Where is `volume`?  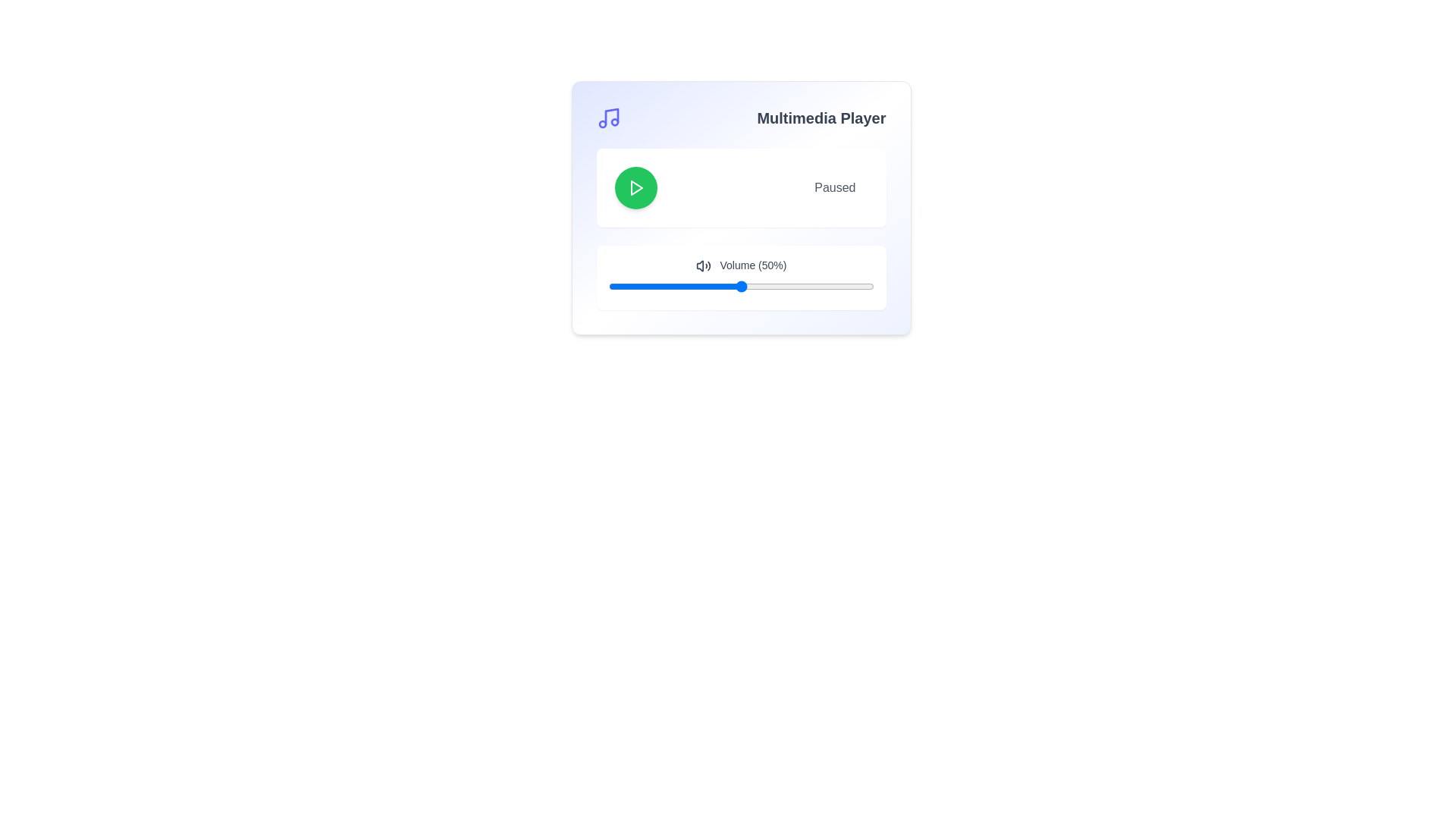 volume is located at coordinates (736, 287).